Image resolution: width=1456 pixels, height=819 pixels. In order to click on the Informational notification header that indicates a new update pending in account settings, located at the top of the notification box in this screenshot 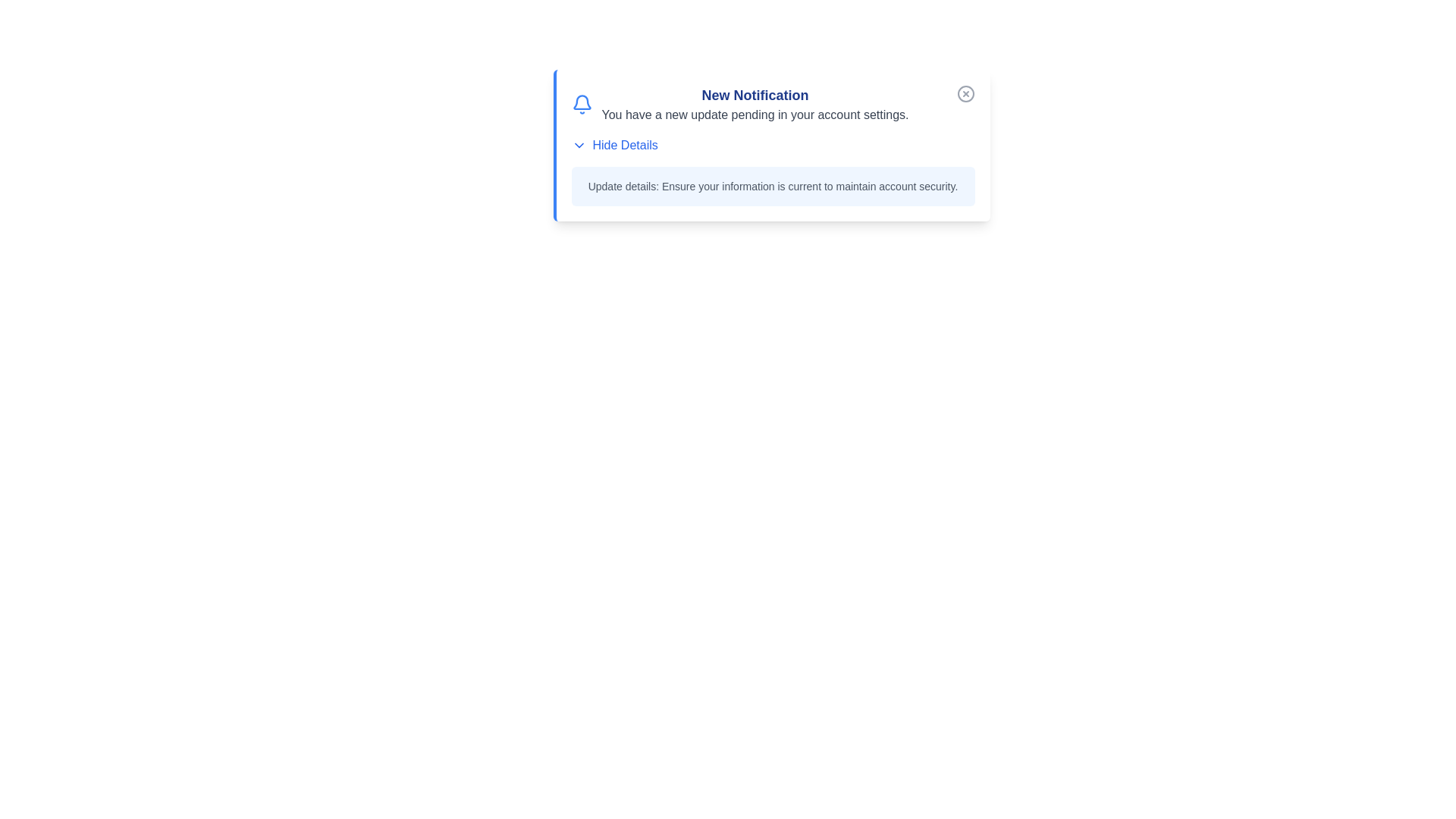, I will do `click(773, 104)`.